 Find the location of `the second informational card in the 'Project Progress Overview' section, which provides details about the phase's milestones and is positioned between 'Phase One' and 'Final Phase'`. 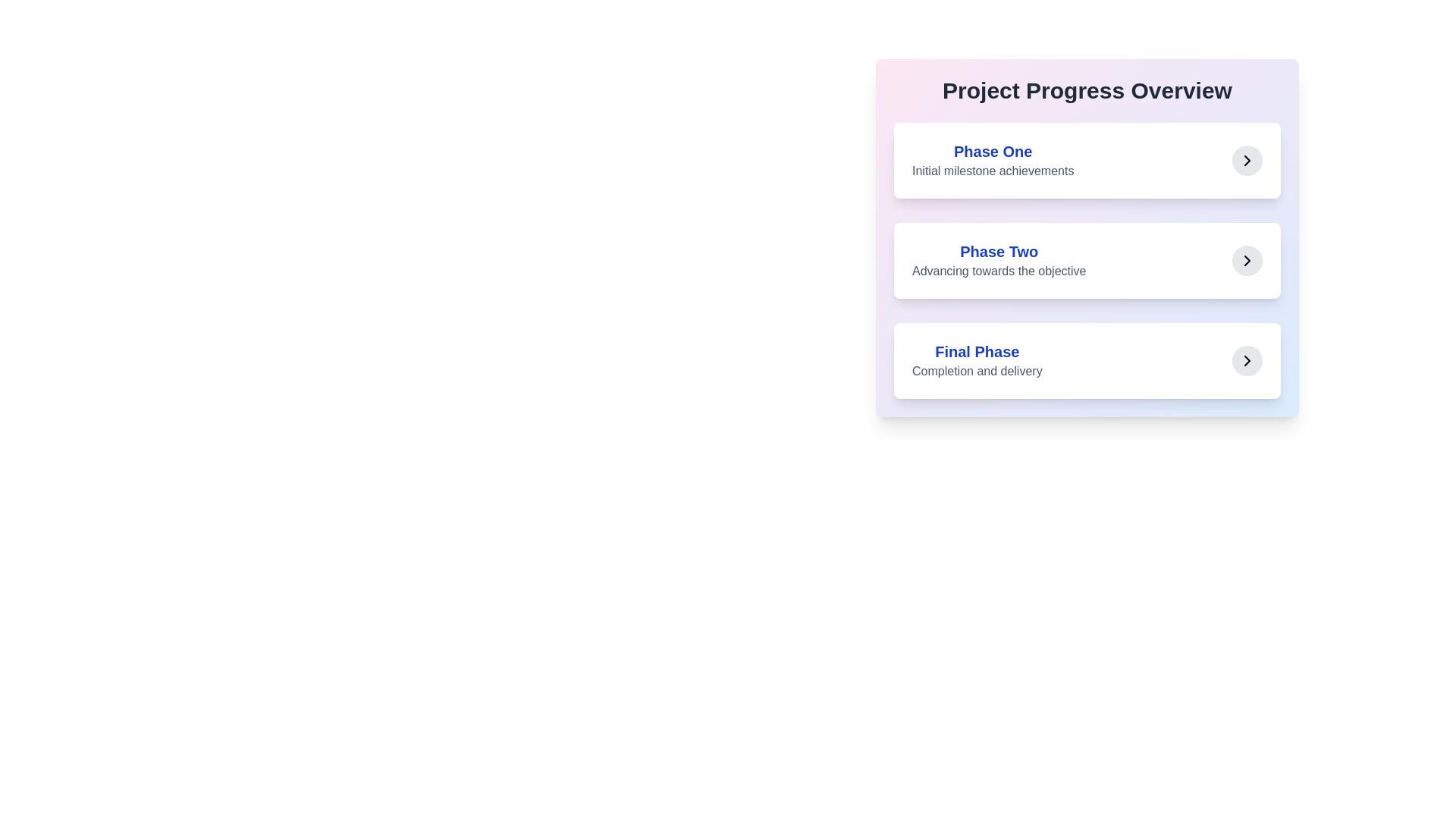

the second informational card in the 'Project Progress Overview' section, which provides details about the phase's milestones and is positioned between 'Phase One' and 'Final Phase' is located at coordinates (1087, 259).